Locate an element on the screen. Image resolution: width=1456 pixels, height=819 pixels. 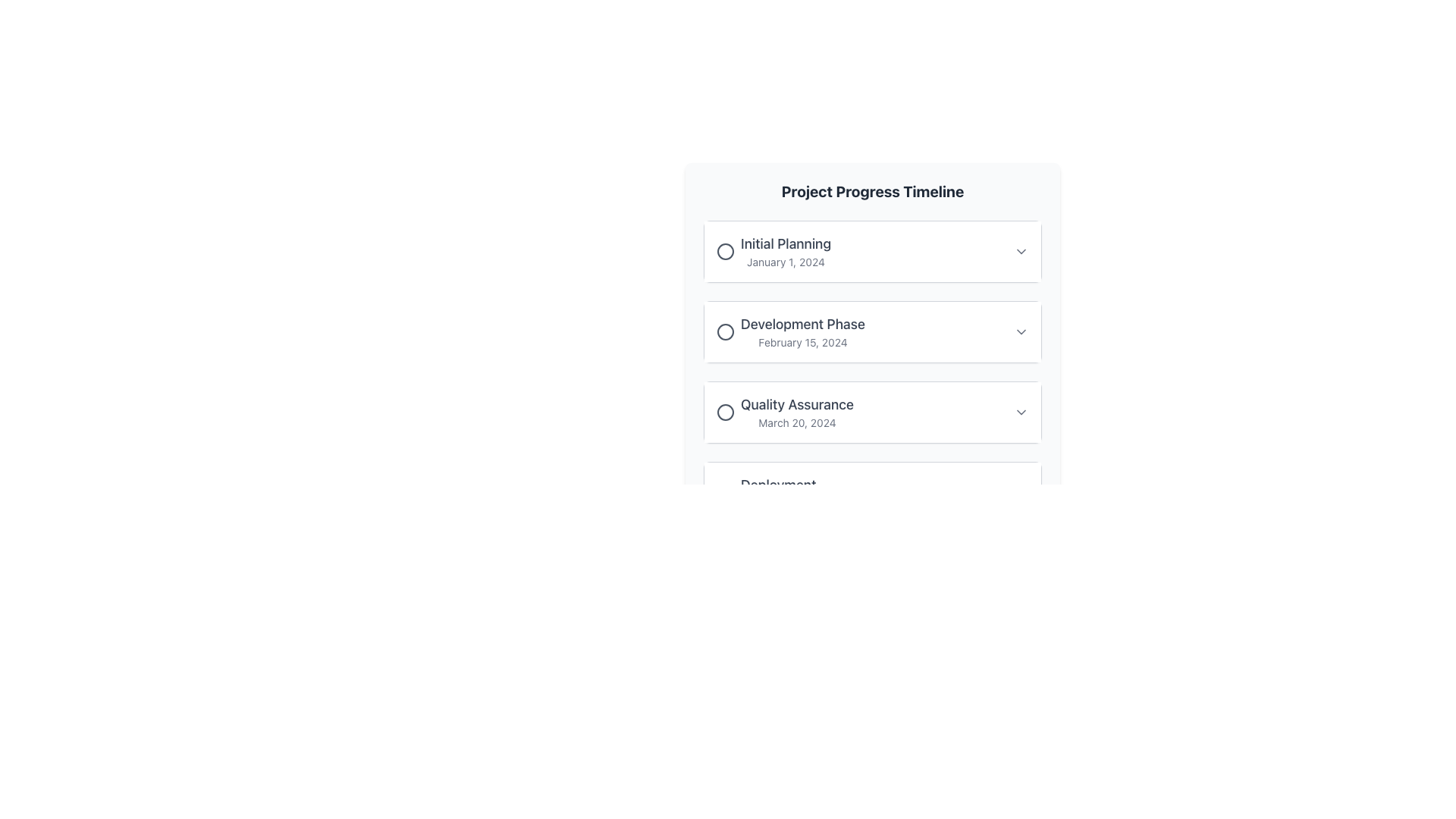
the circle of the 'Initial Planning' milestone in the Project Progress Timeline is located at coordinates (773, 250).